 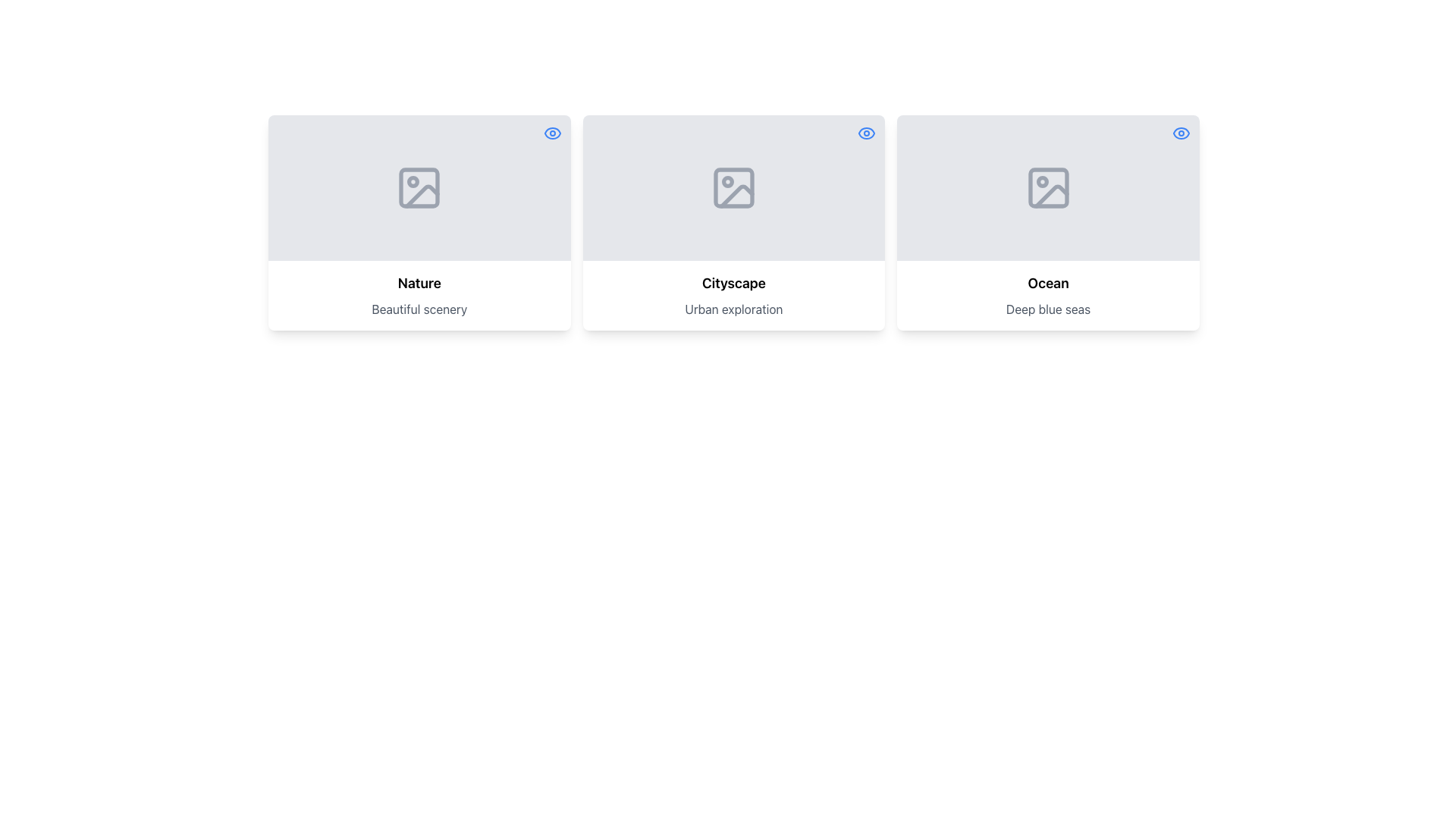 I want to click on the text label 'Ocean' which is styled in a larger bold font, located in the rightmost card of a horizontally aligned group of three cards, positioned below the image and above the descriptive text 'Deep blue seas', so click(x=1047, y=284).